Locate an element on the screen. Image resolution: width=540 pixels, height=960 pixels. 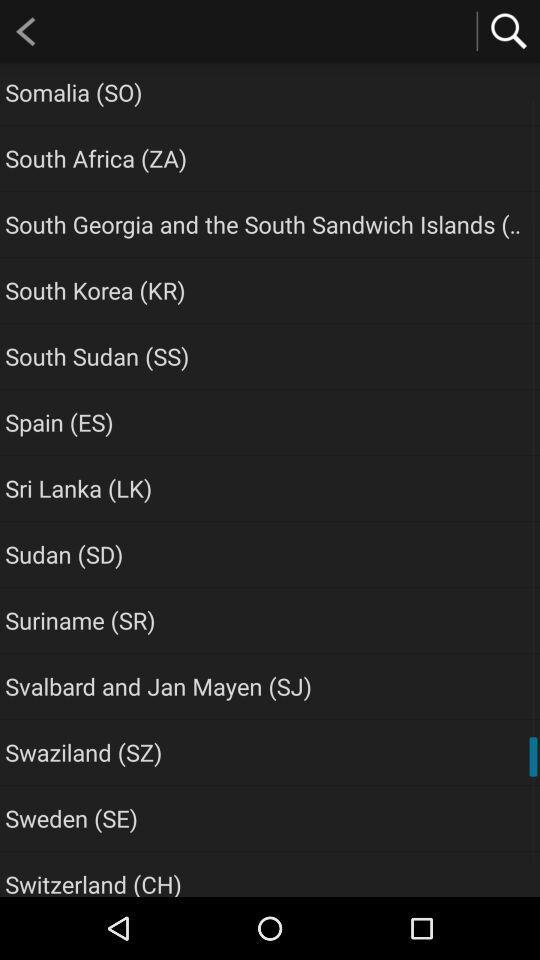
south sudan (ss) is located at coordinates (96, 356).